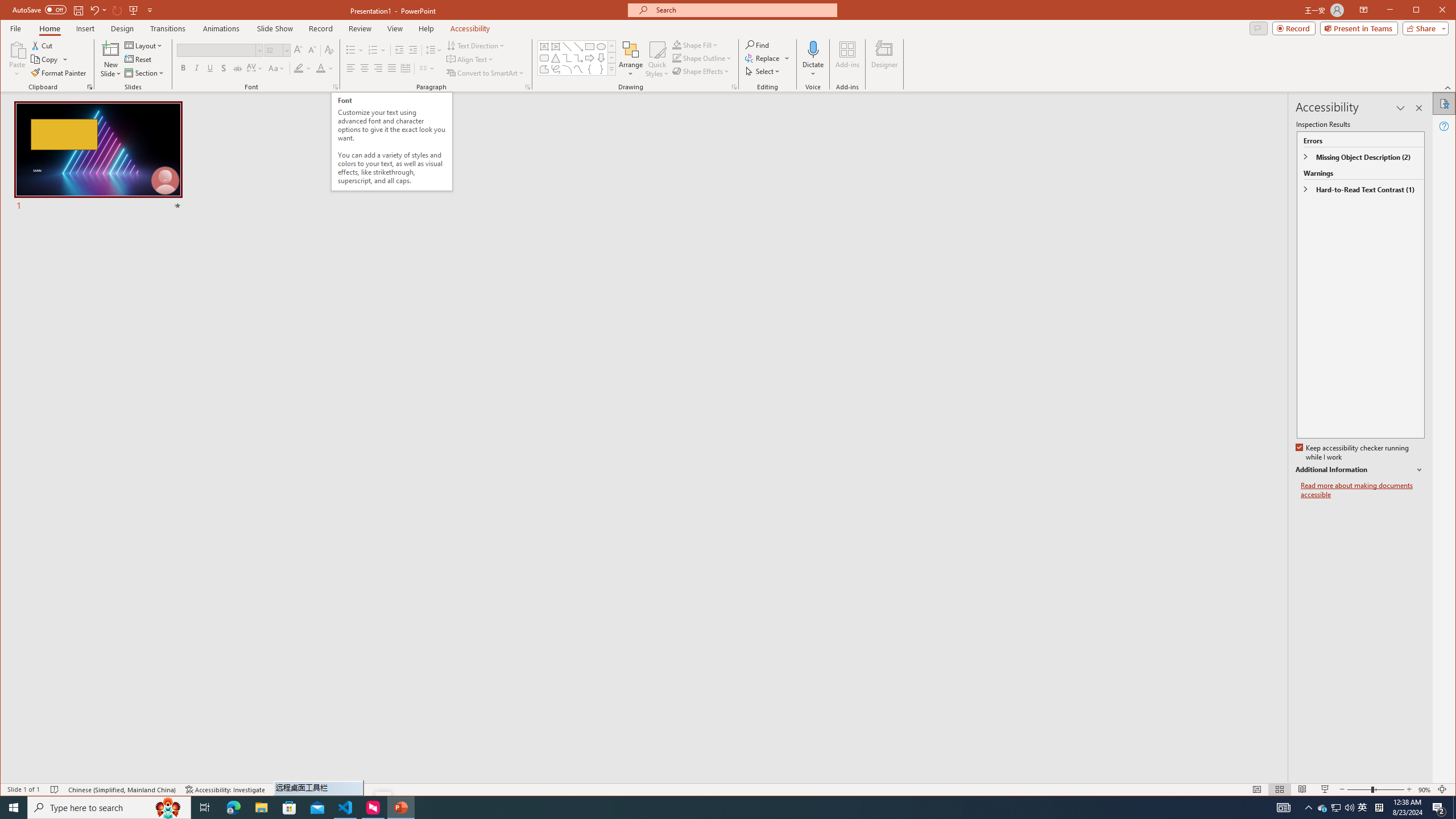 The height and width of the screenshot is (819, 1456). Describe the element at coordinates (1439, 806) in the screenshot. I see `'Action Center, 2 new notifications'` at that location.